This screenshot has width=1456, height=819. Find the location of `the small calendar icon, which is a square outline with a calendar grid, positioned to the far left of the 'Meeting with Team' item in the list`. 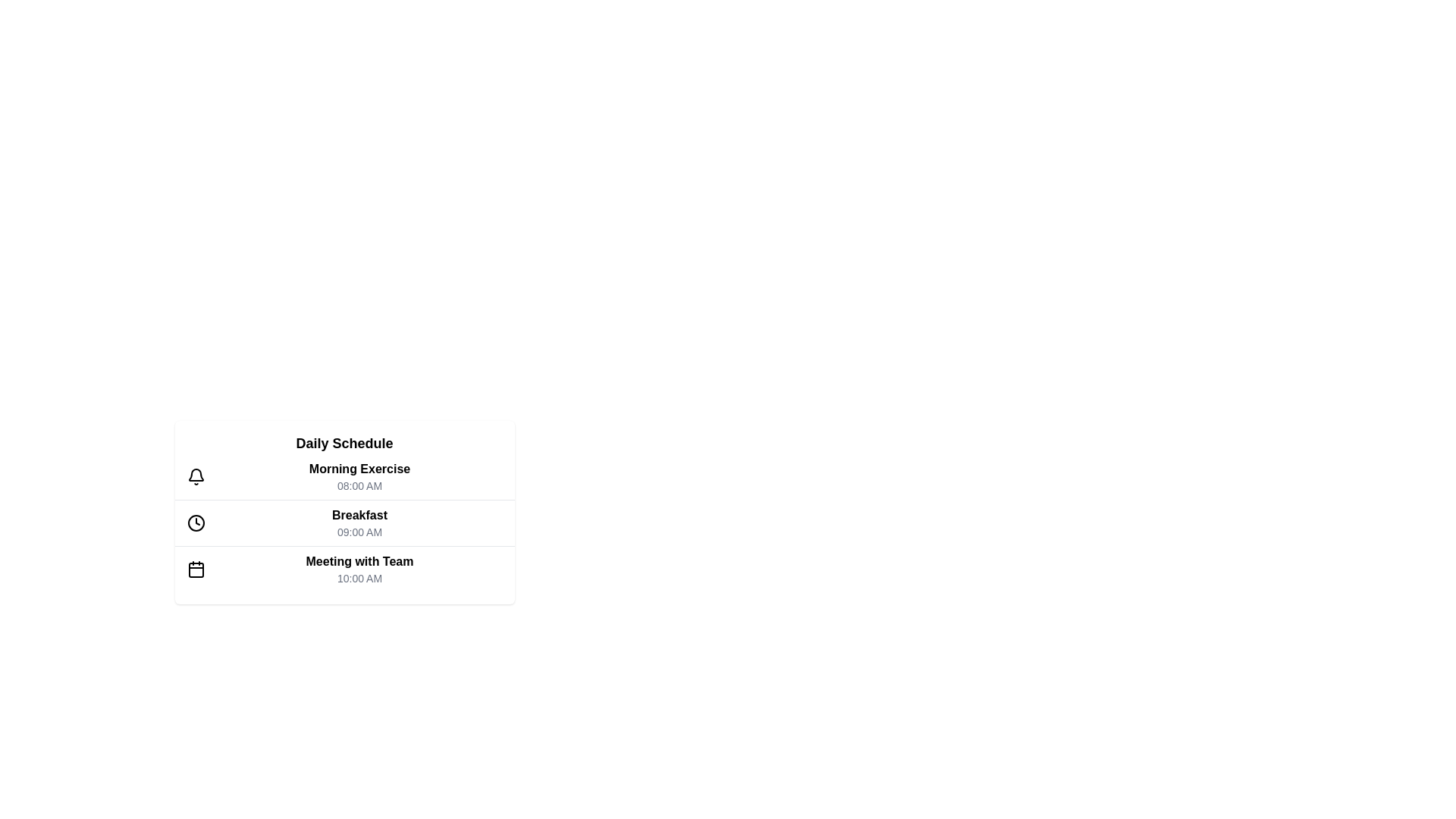

the small calendar icon, which is a square outline with a calendar grid, positioned to the far left of the 'Meeting with Team' item in the list is located at coordinates (195, 570).